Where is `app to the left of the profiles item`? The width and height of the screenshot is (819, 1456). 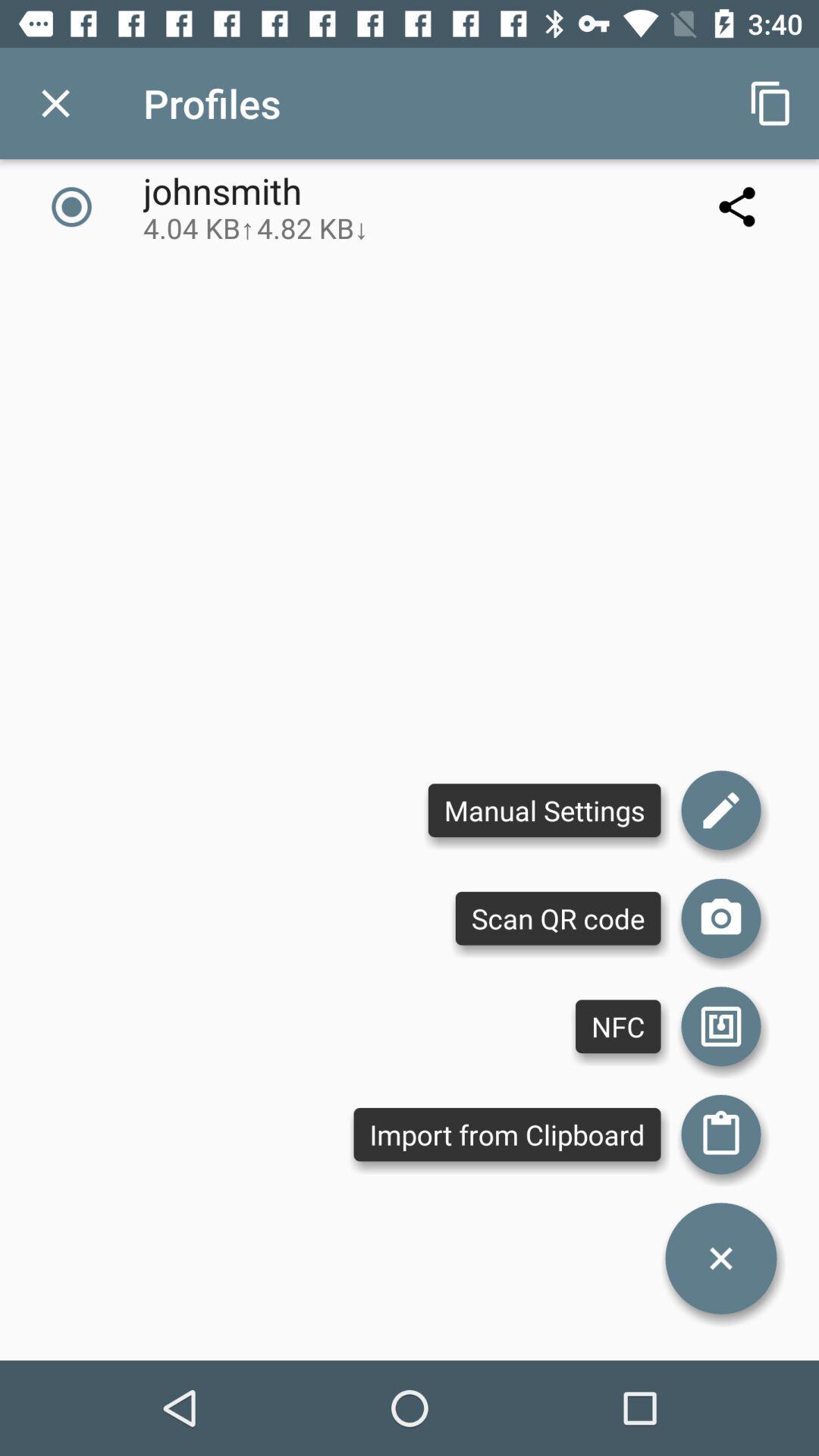
app to the left of the profiles item is located at coordinates (55, 102).